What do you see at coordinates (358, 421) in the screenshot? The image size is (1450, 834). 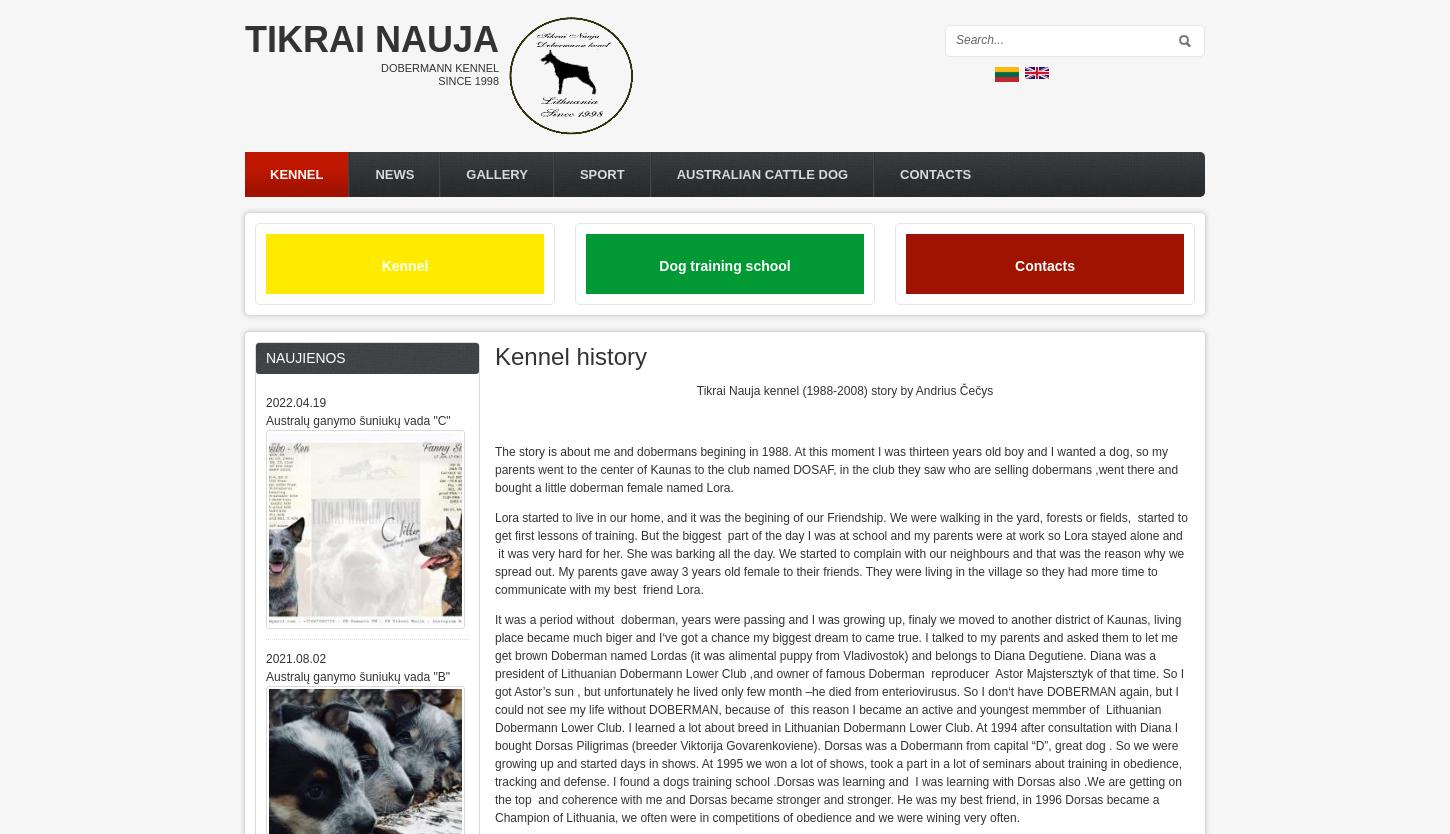 I see `'Australų ganymo šuniukų vada "C"'` at bounding box center [358, 421].